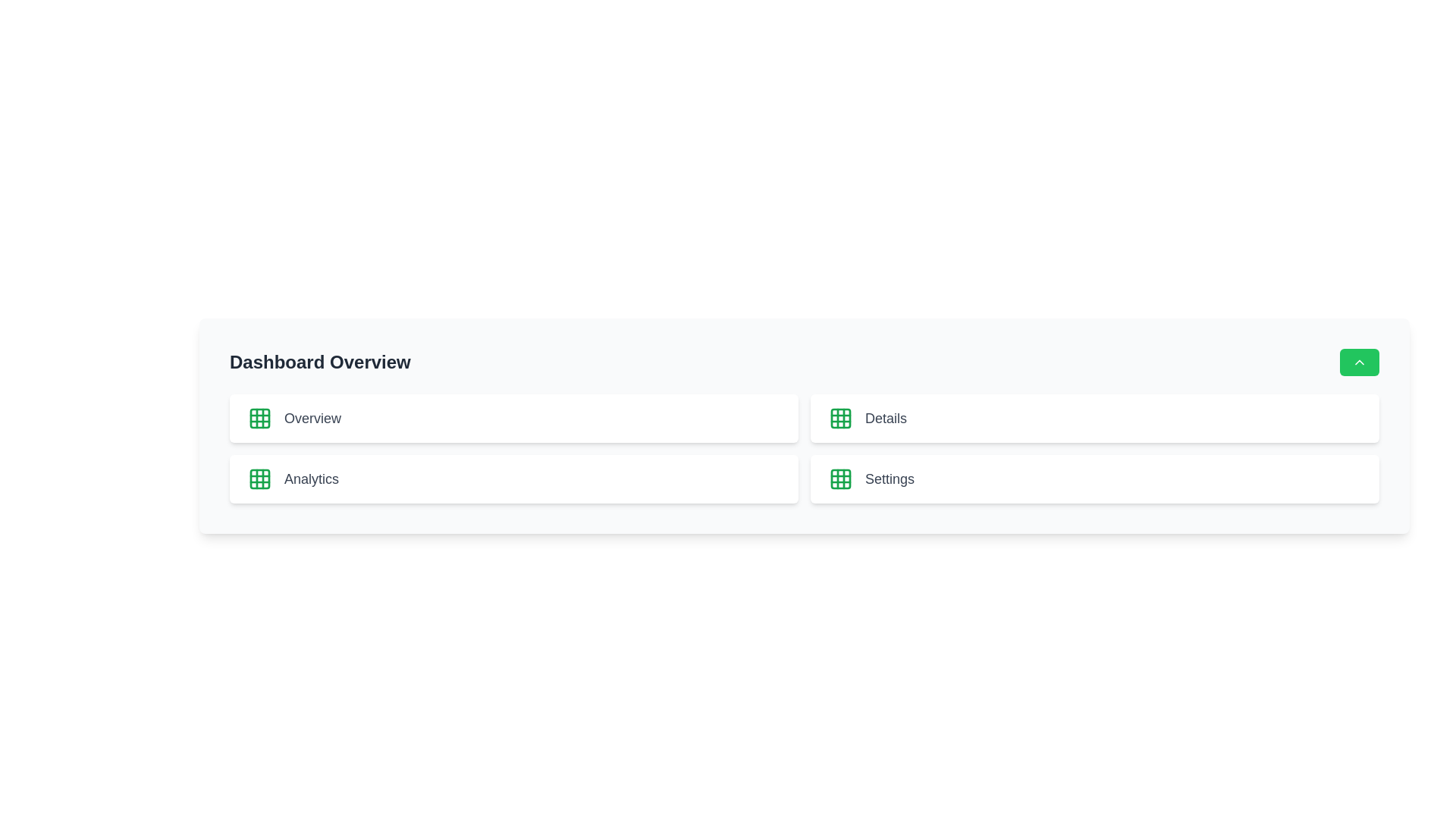  What do you see at coordinates (886, 418) in the screenshot?
I see `the static text label that serves as a descriptor for the card in the second row, right column of a two-by-two grid` at bounding box center [886, 418].